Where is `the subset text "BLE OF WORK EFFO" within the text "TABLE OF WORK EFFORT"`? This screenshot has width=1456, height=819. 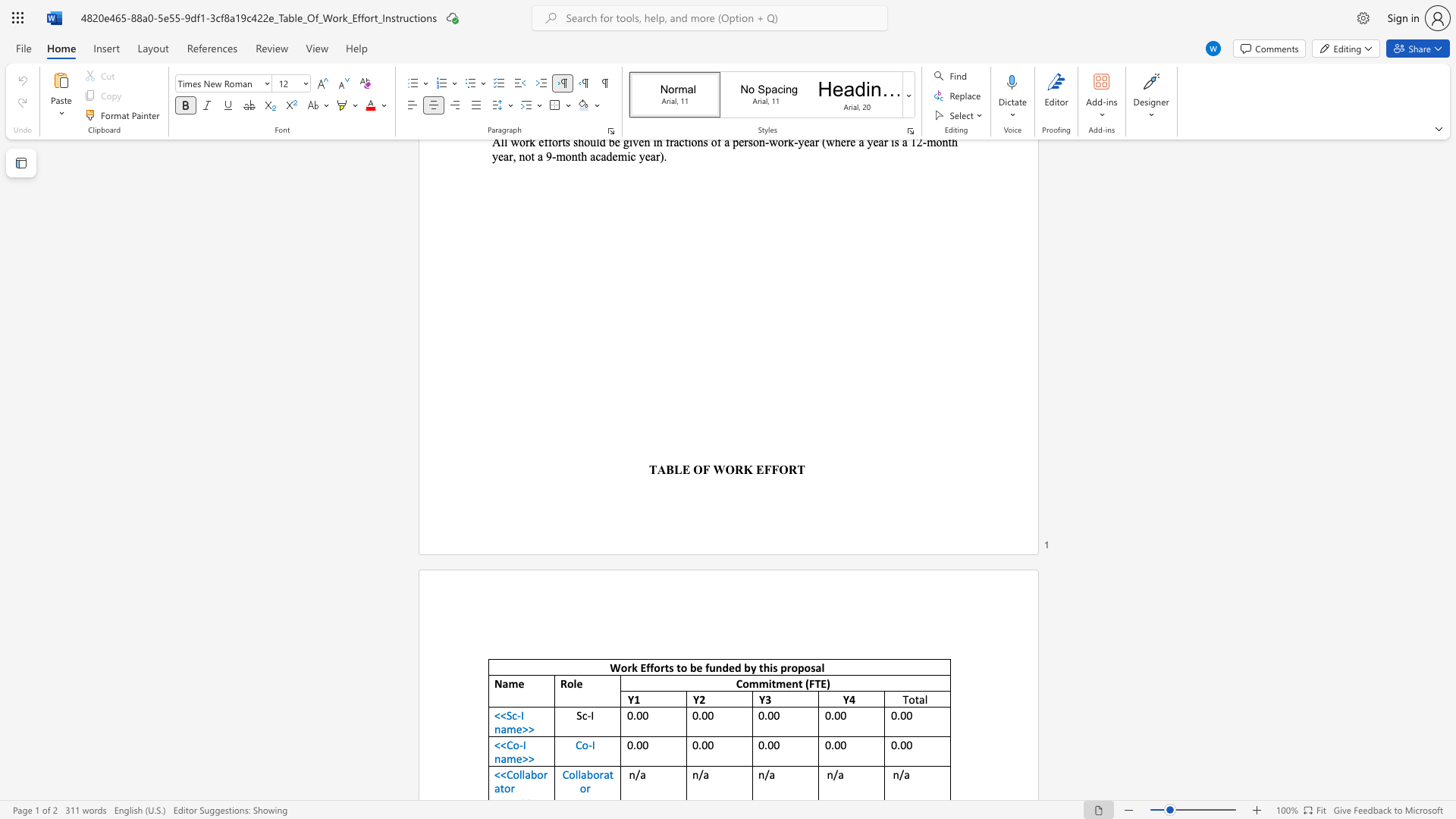
the subset text "BLE OF WORK EFFO" within the text "TABLE OF WORK EFFORT" is located at coordinates (666, 469).